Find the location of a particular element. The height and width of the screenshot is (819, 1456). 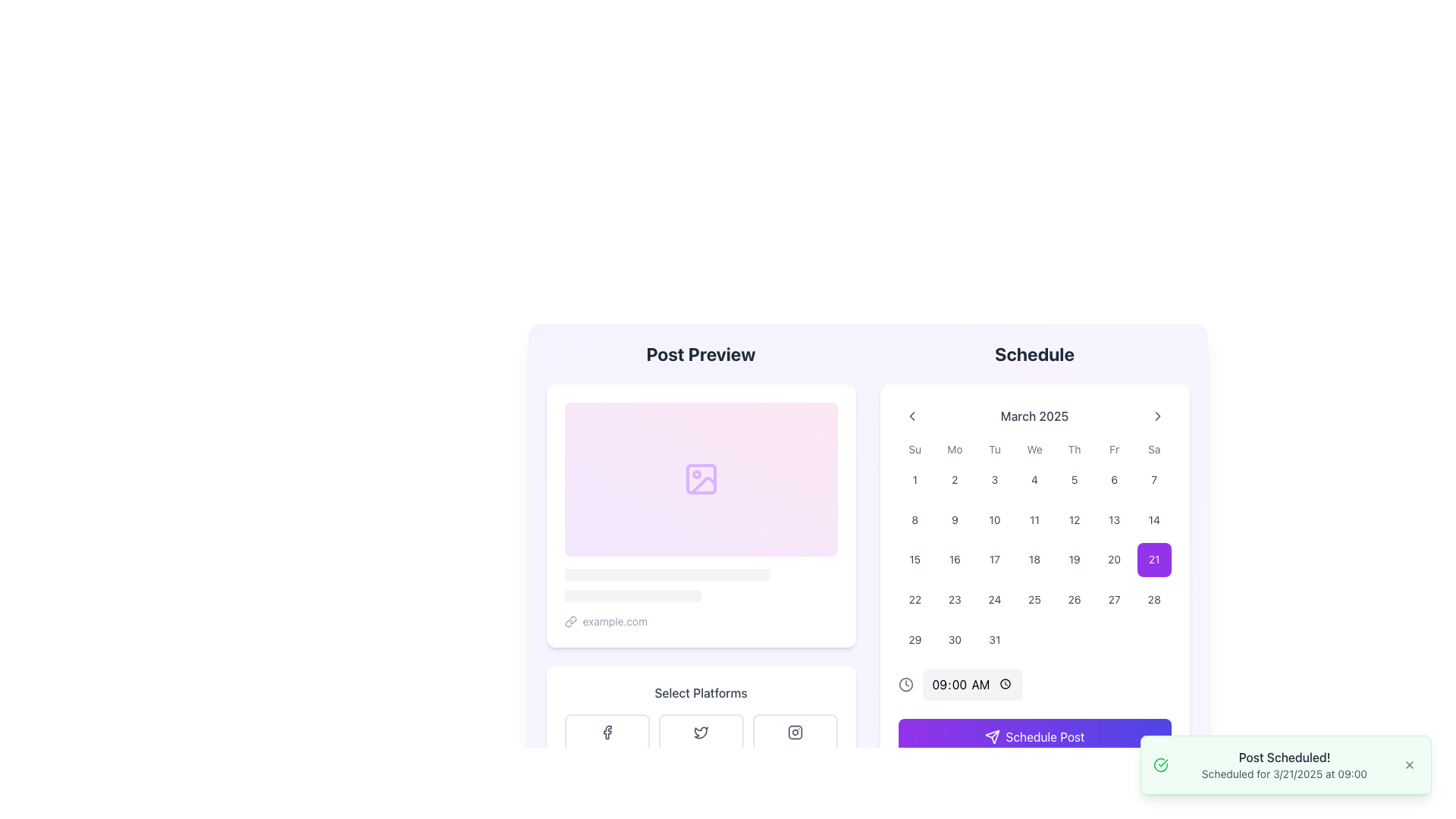

the decorative bar with rounded edges located horizontally beneath the placeholder image in the Post Preview section is located at coordinates (667, 574).